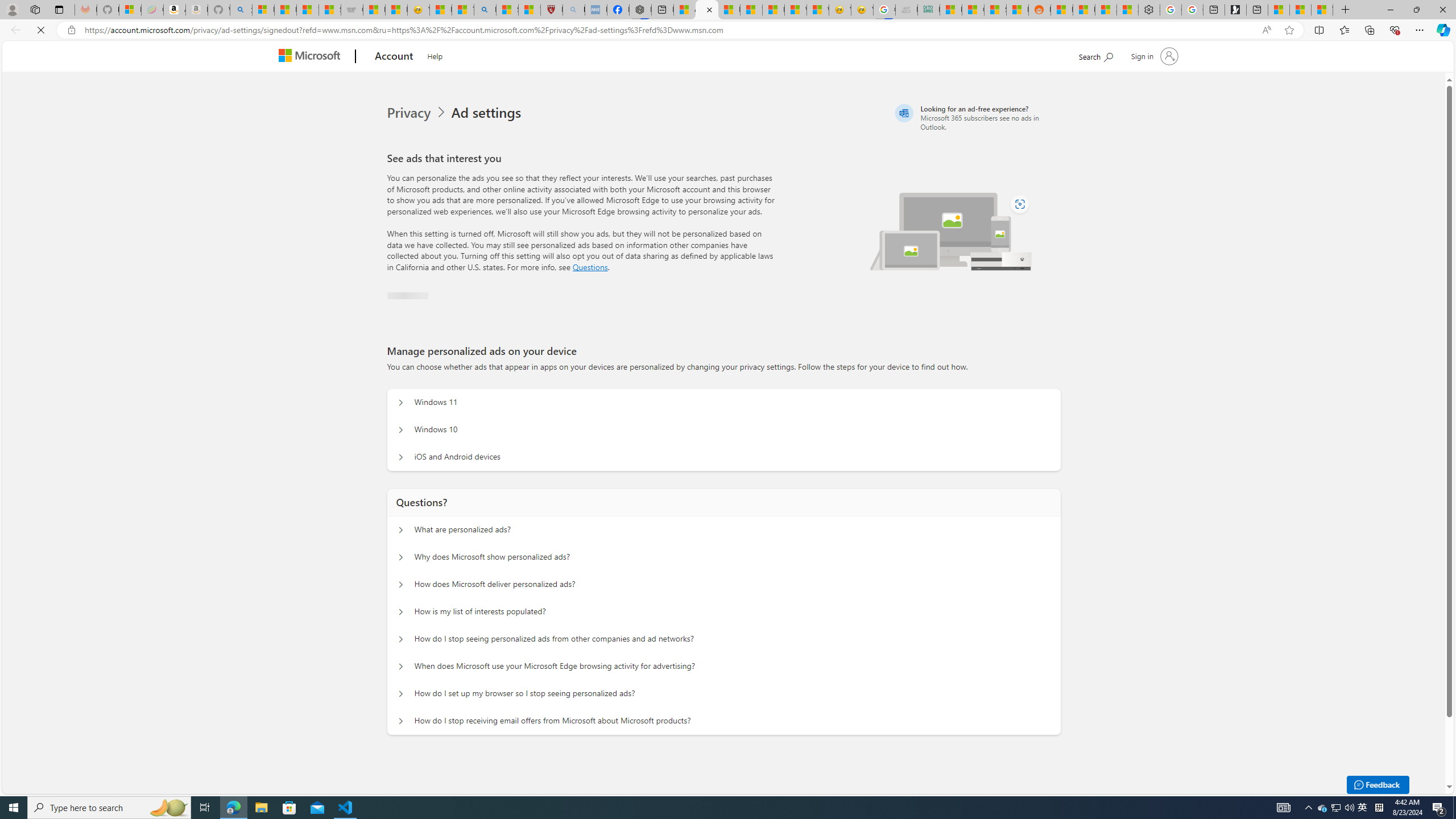 This screenshot has width=1456, height=819. What do you see at coordinates (772, 9) in the screenshot?
I see `'Fitness - MSN'` at bounding box center [772, 9].